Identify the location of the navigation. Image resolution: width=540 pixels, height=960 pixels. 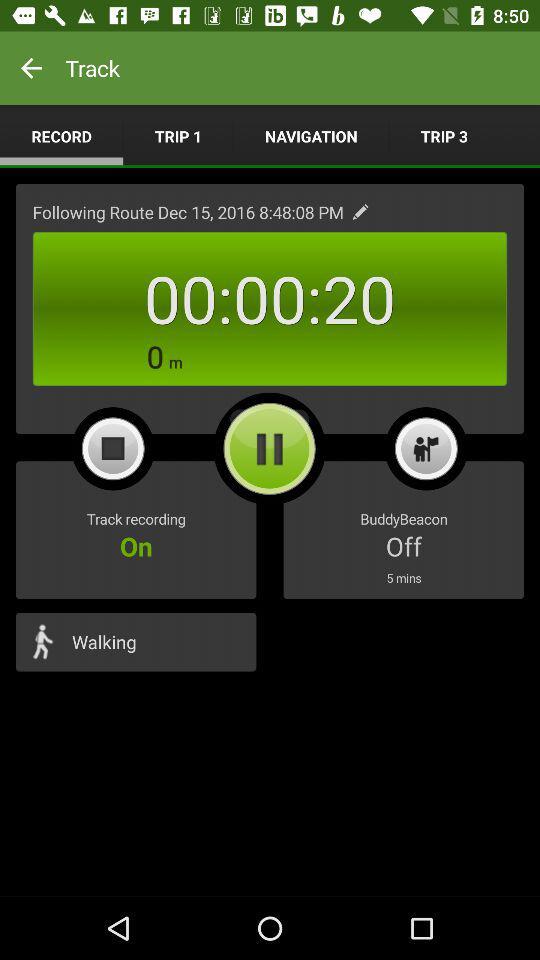
(311, 135).